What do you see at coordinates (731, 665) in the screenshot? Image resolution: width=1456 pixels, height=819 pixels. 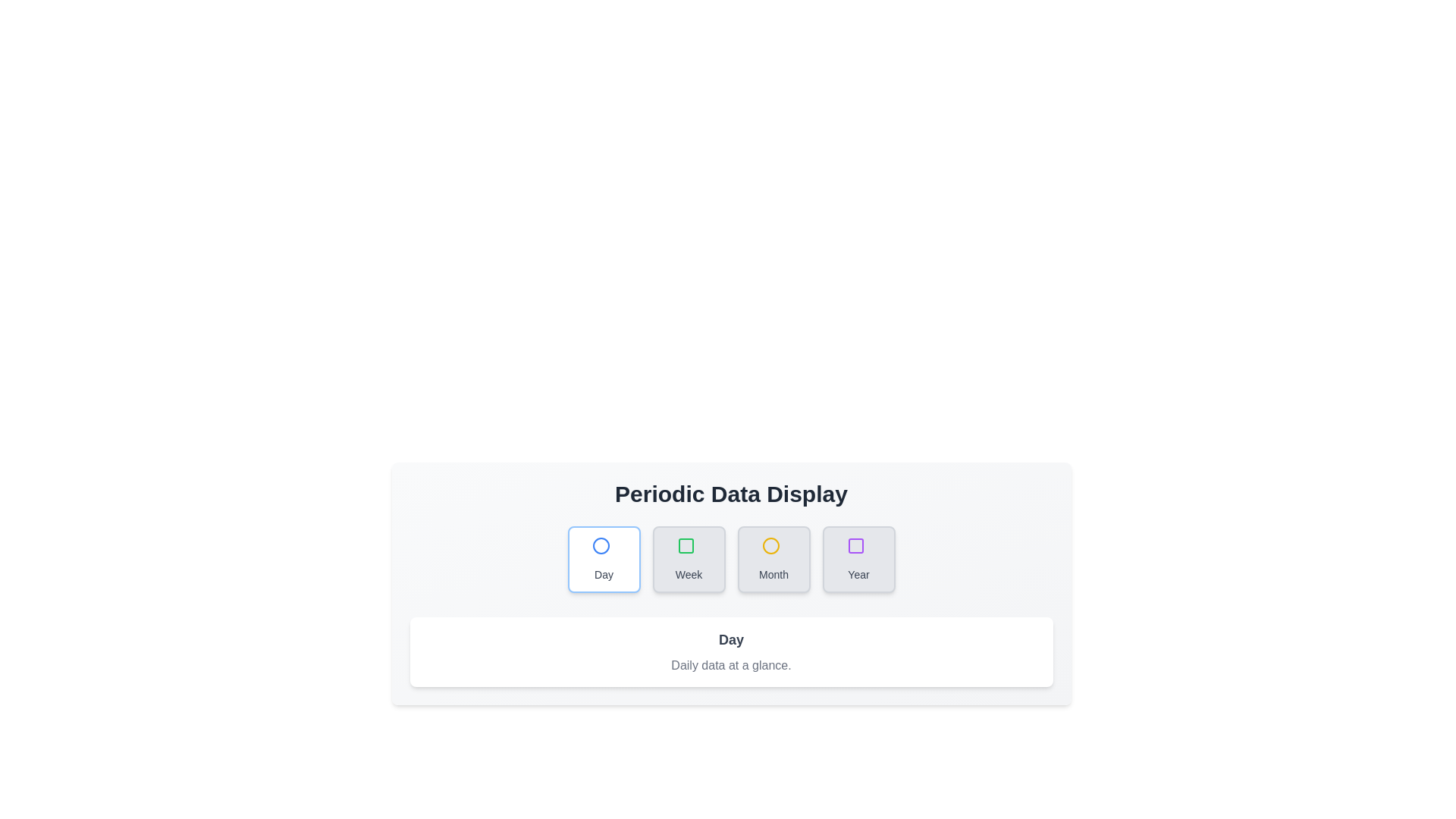 I see `the text label displaying 'Daily data at a glance.' which is styled in gray and located below the 'Day' text within a white rectangular card` at bounding box center [731, 665].